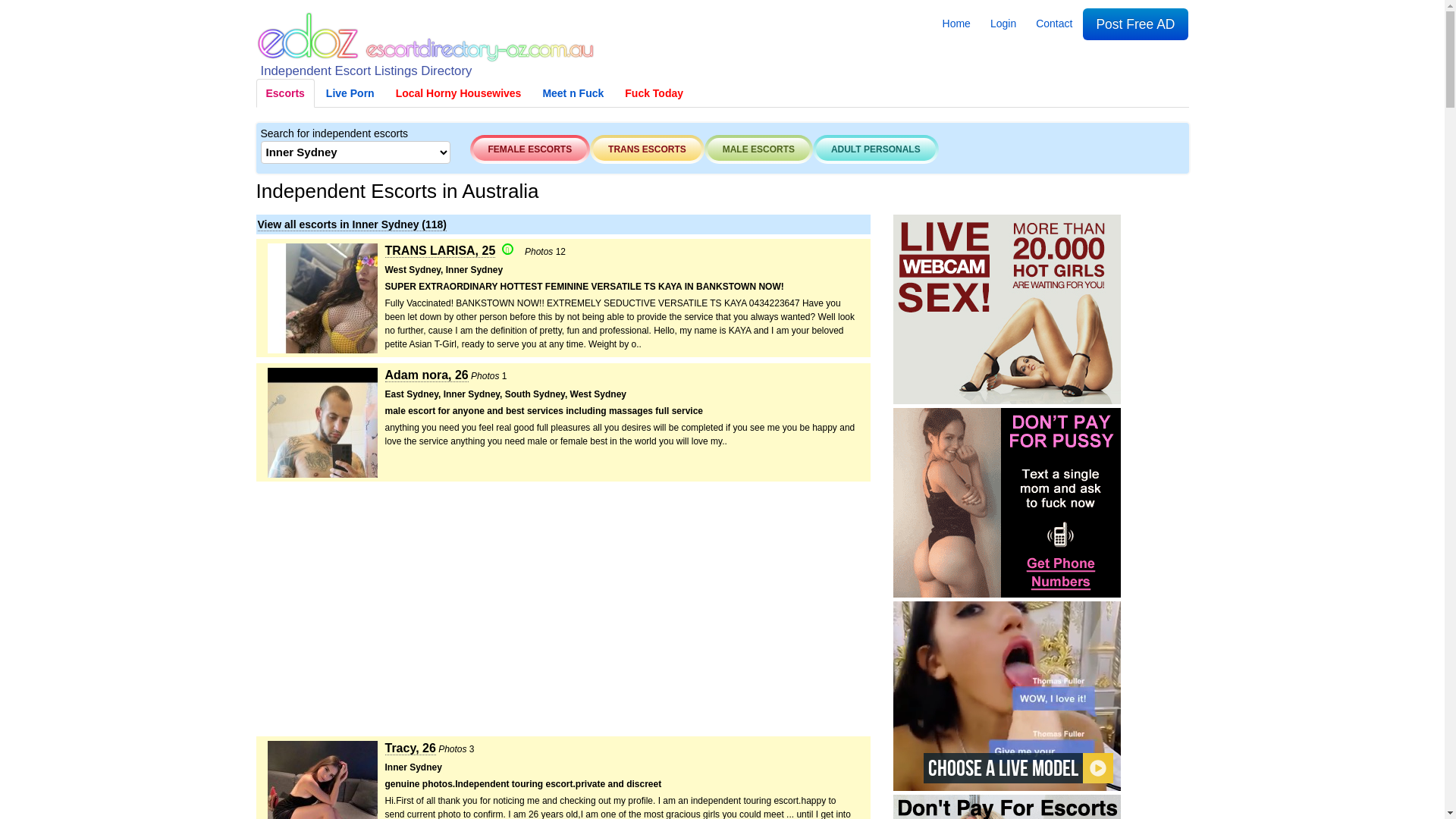 This screenshot has height=819, width=1456. Describe the element at coordinates (532, 93) in the screenshot. I see `'Meet n Fuck'` at that location.